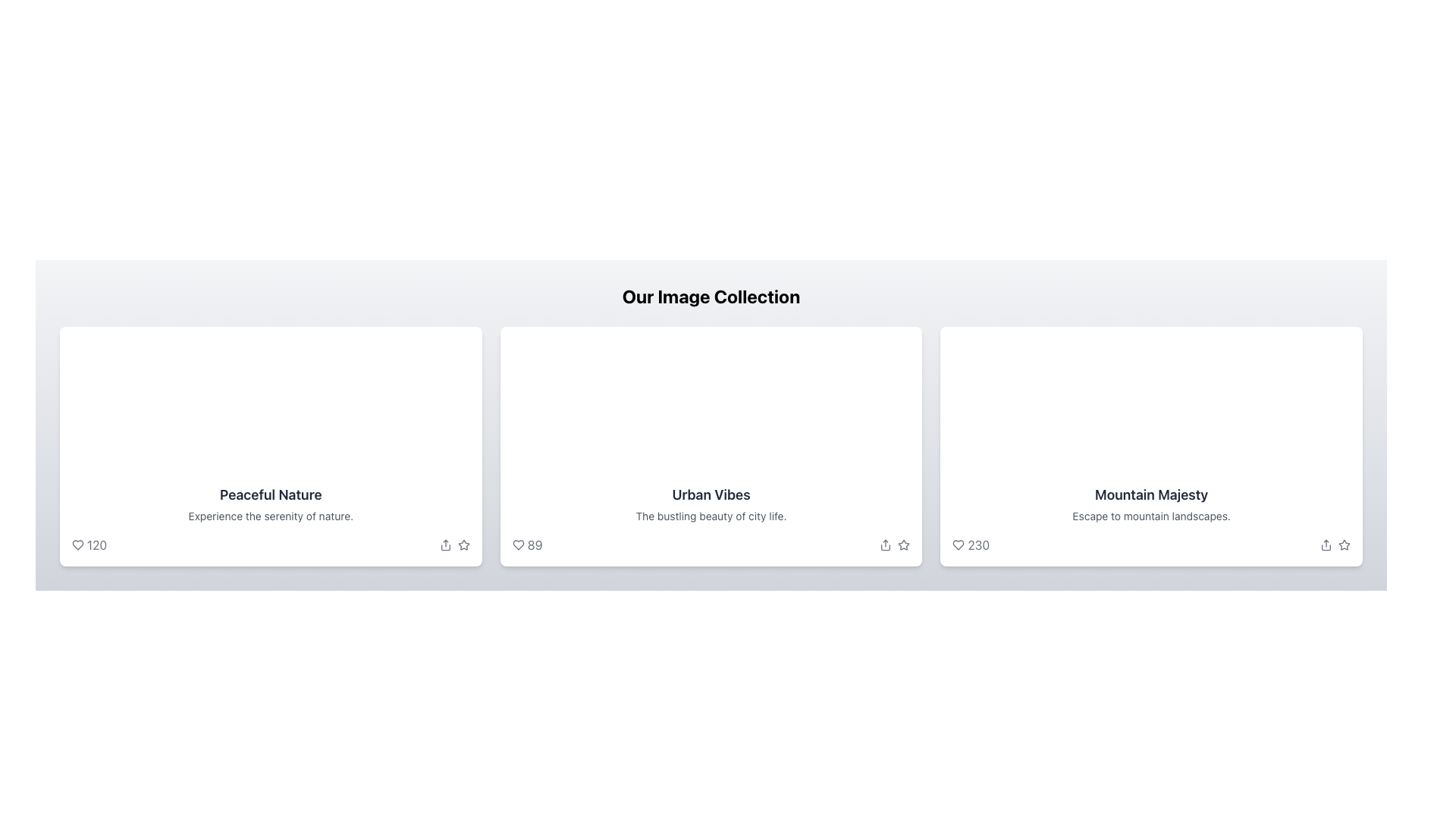  Describe the element at coordinates (463, 544) in the screenshot. I see `the star icon located at the bottom-right corner of the 'Peaceful Nature' card` at that location.